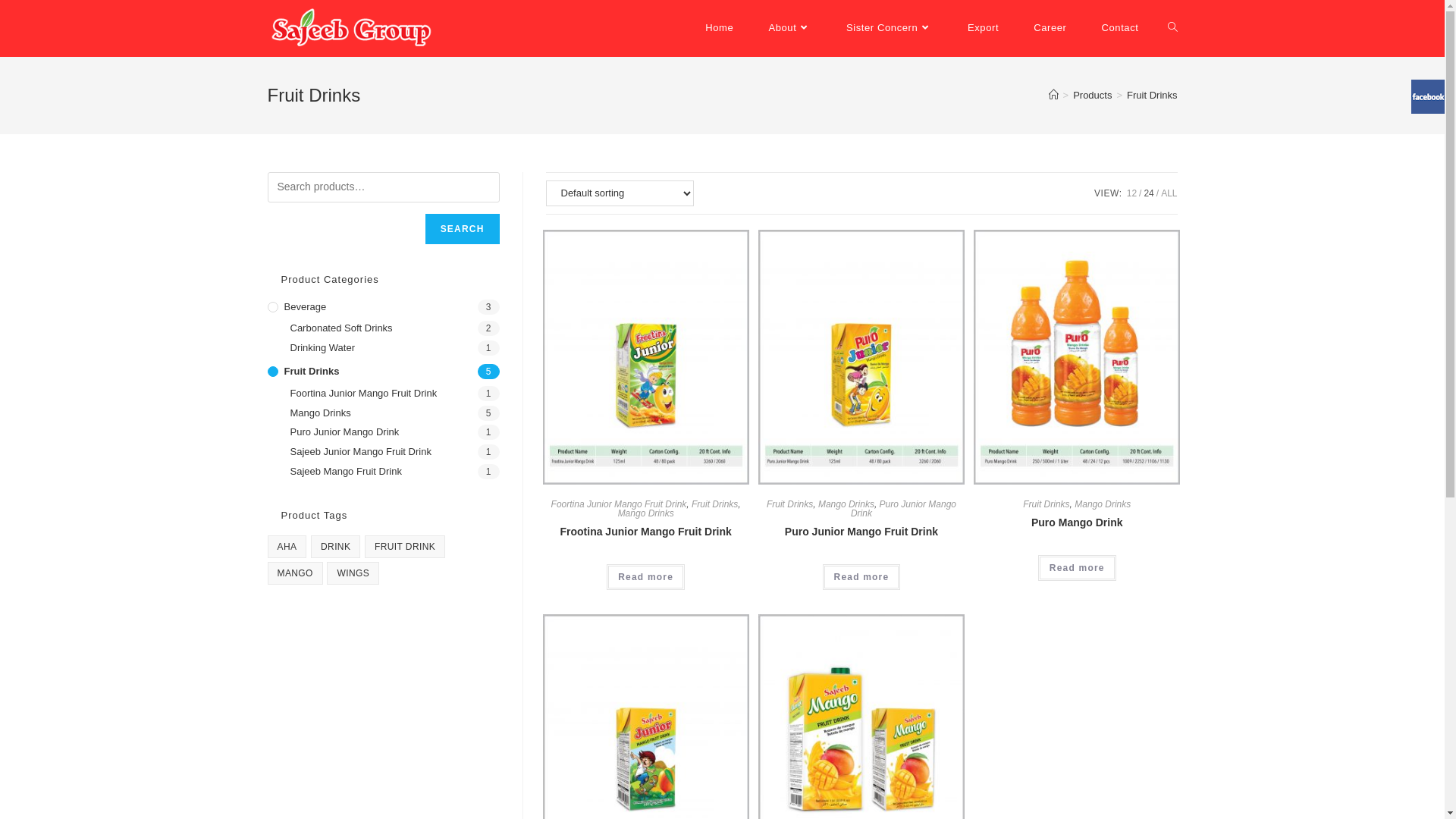 The height and width of the screenshot is (819, 1456). Describe the element at coordinates (1143, 192) in the screenshot. I see `'24'` at that location.